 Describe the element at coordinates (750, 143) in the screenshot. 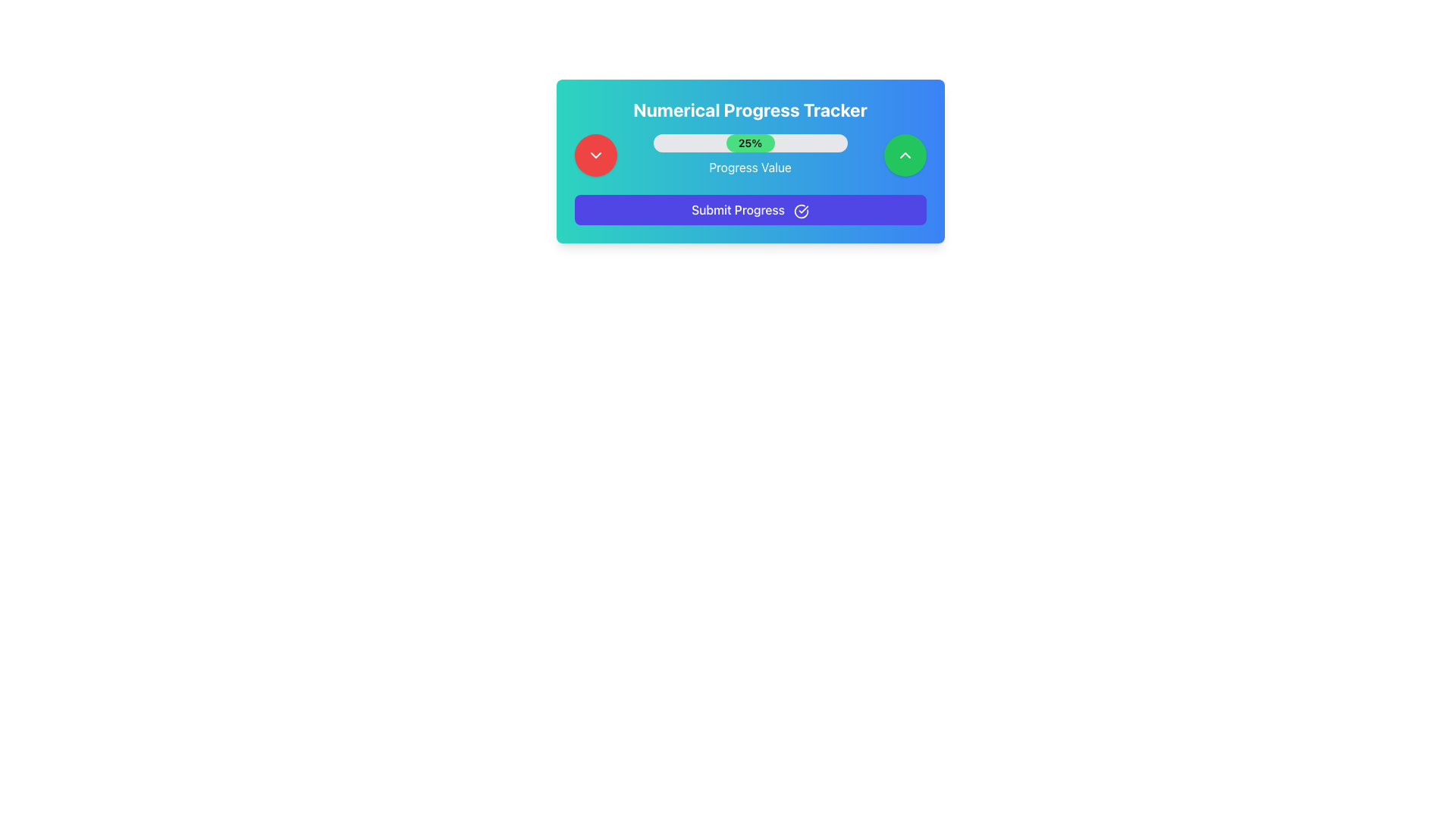

I see `the green progress bar that indicates 25% completion, located below the header 'Numerical Progress Tracker'` at that location.